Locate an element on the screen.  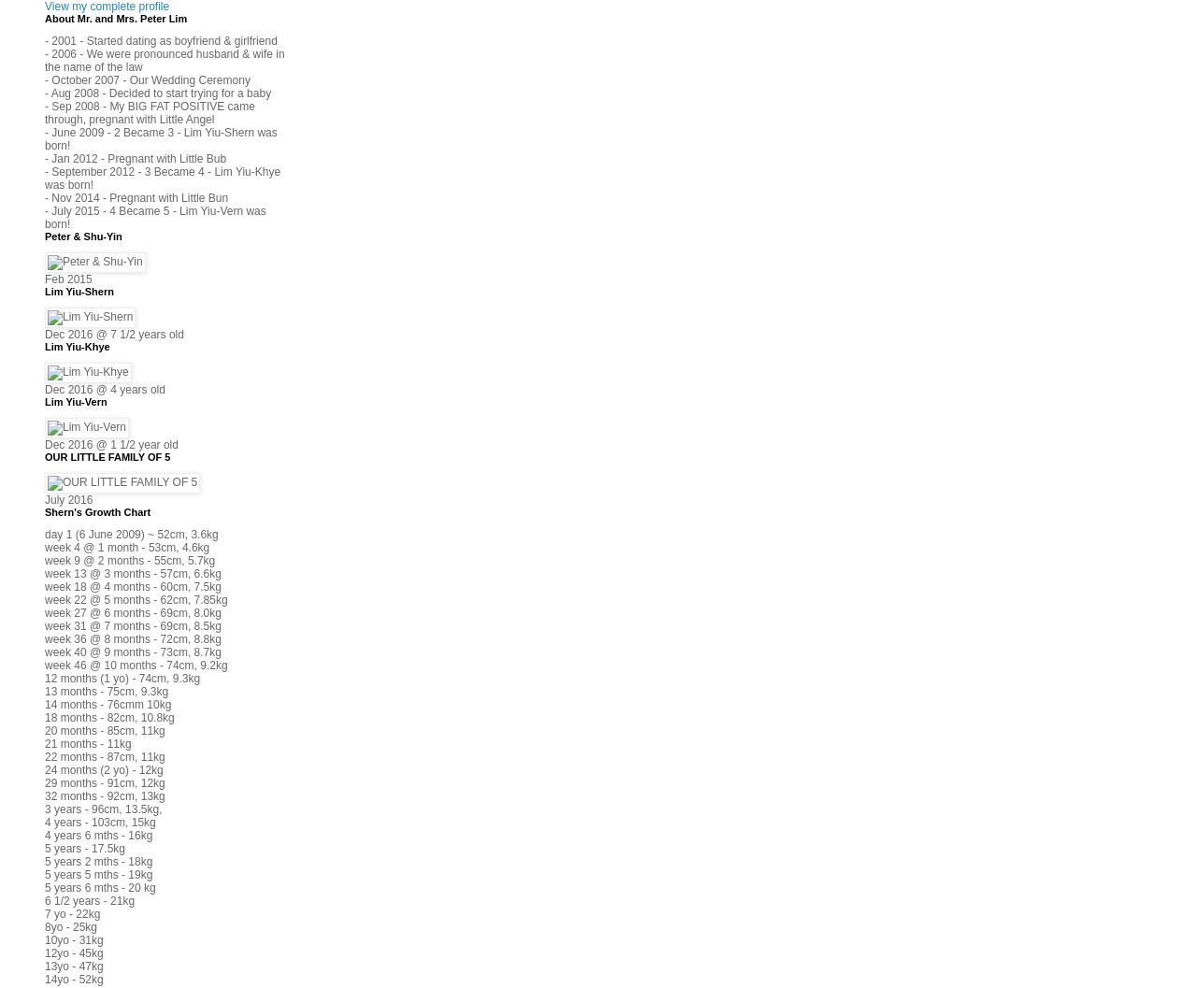
'week 40 @ 9 months - 73cm, 8.7kg' is located at coordinates (132, 650).